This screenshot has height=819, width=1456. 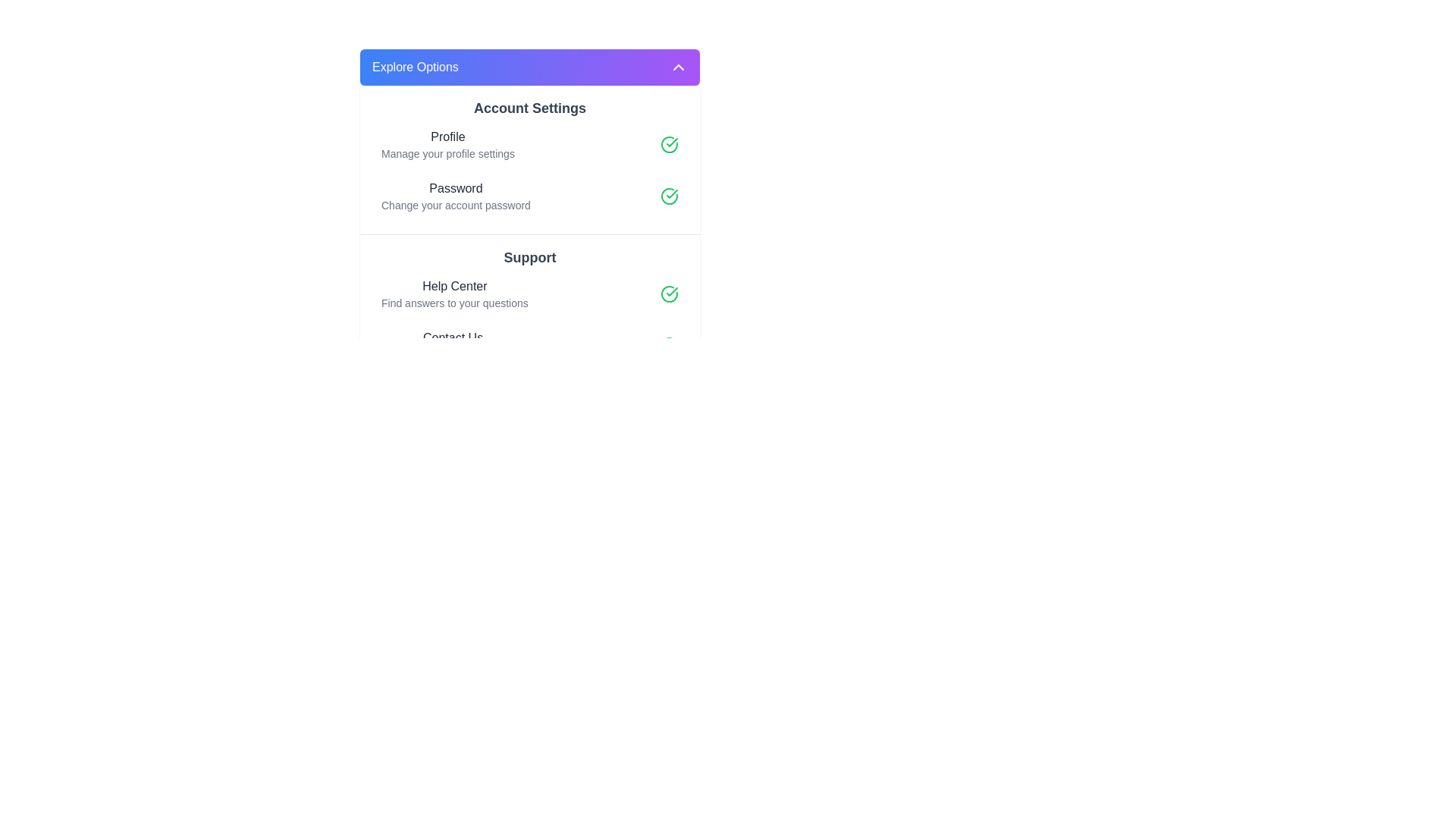 I want to click on the outlined circular icon with a green stroke and checkmark located near the top-right of the 'Contact Us' section in the 'Support' category, so click(x=669, y=345).